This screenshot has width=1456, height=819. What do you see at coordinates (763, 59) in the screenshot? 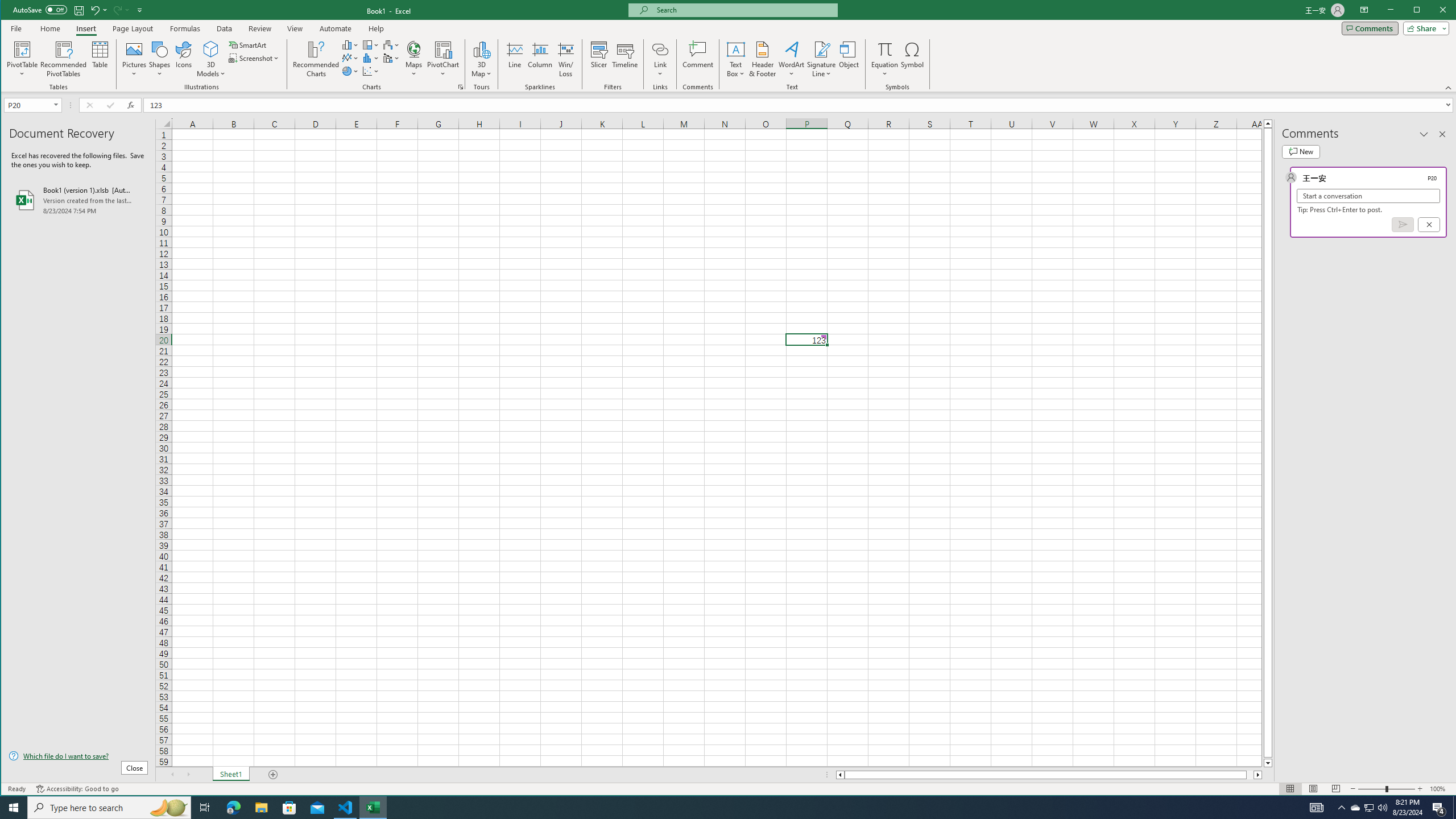
I see `'Header & Footer...'` at bounding box center [763, 59].